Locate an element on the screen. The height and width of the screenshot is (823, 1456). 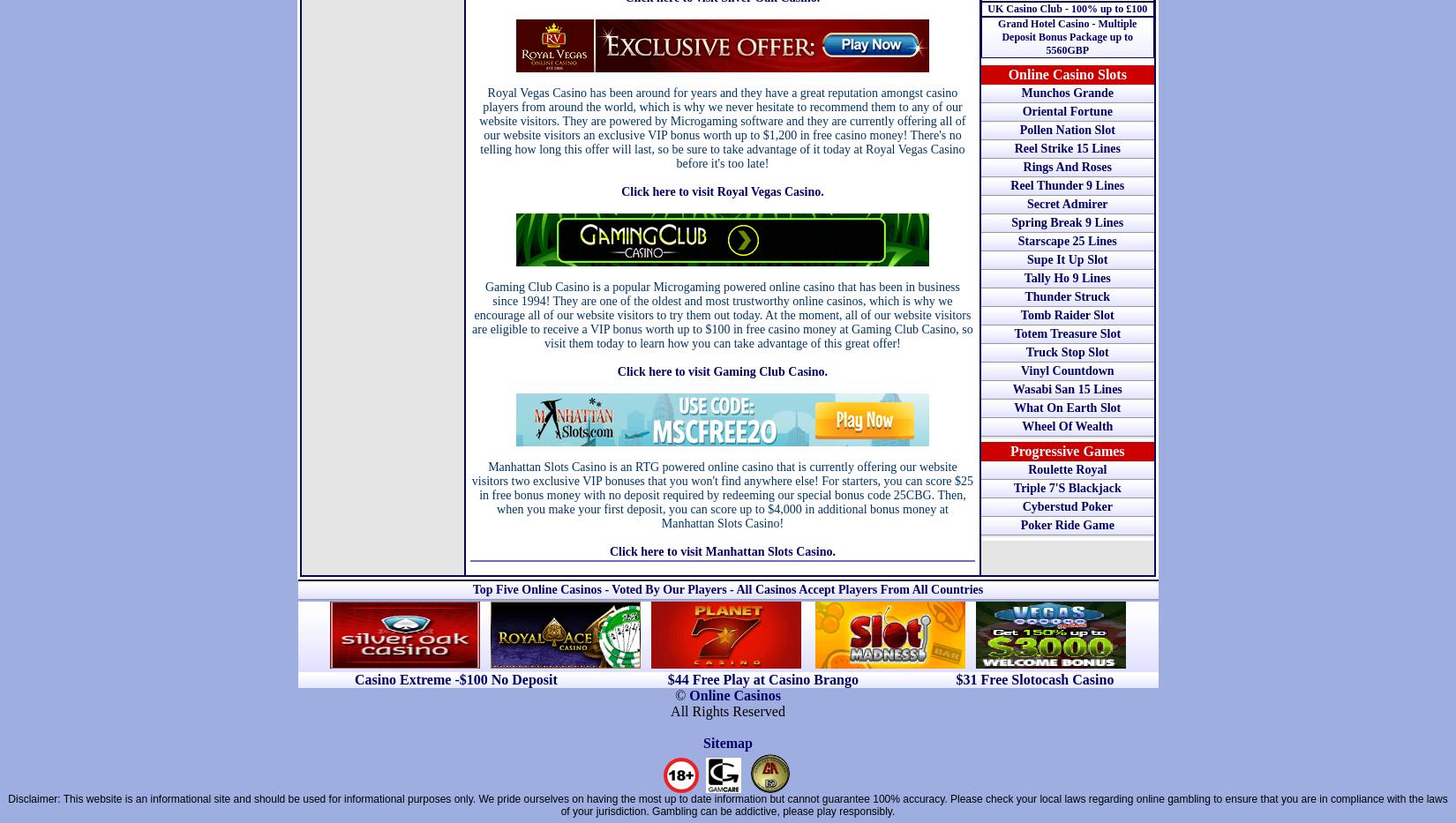
'Casino Extreme -$100 No Deposit' is located at coordinates (454, 678).